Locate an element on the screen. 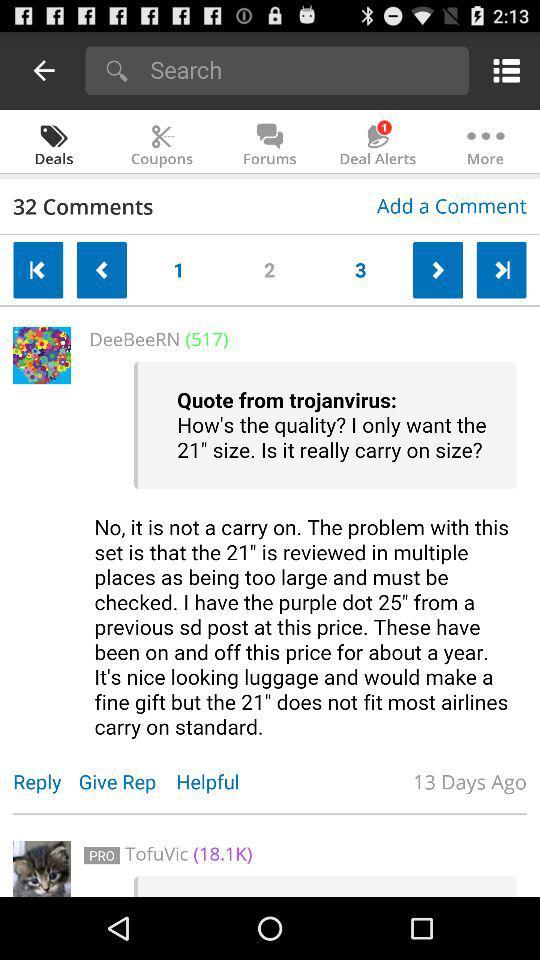 This screenshot has height=960, width=540. search function is located at coordinates (302, 69).